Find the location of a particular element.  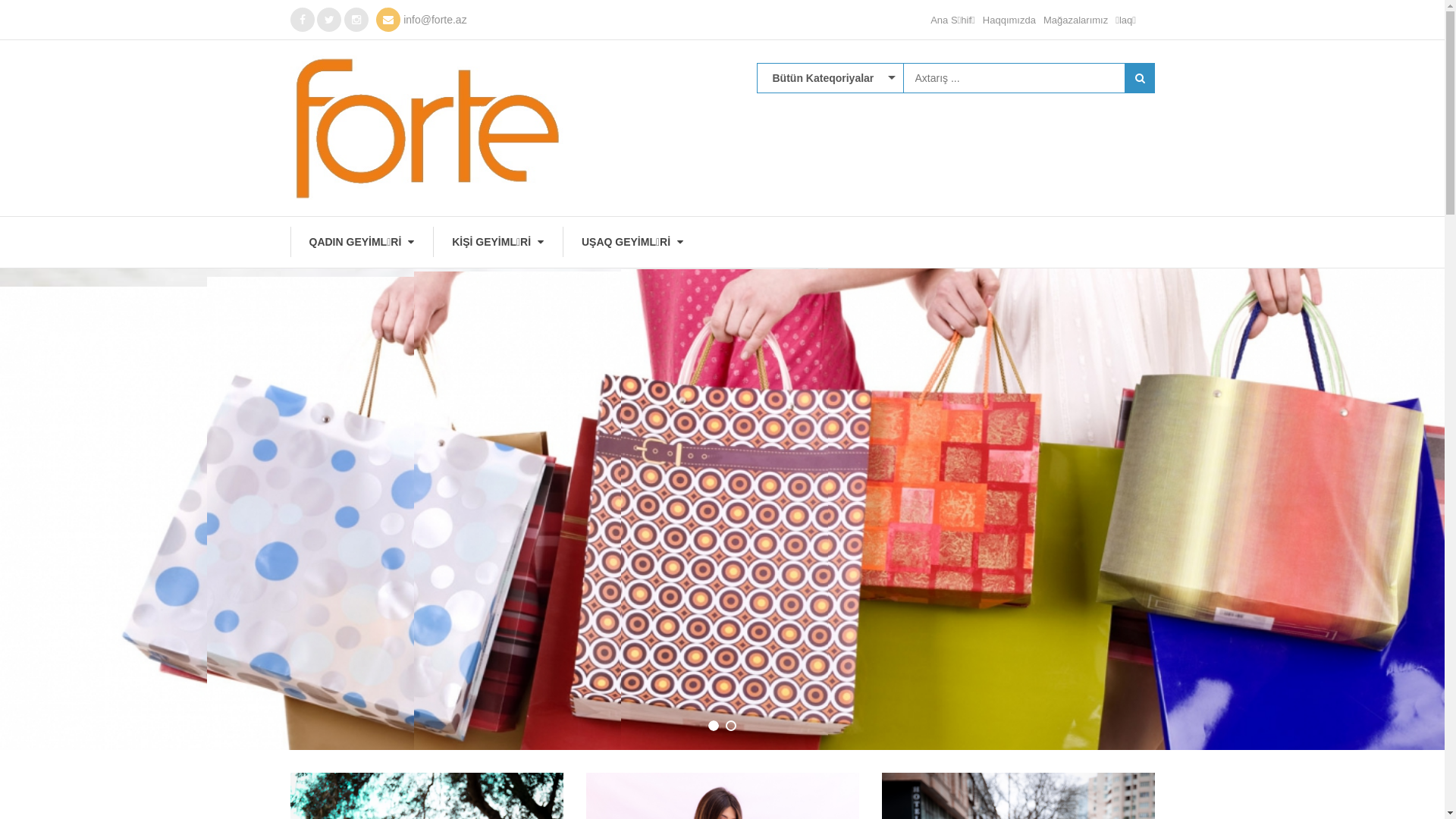

'twitter' is located at coordinates (328, 20).